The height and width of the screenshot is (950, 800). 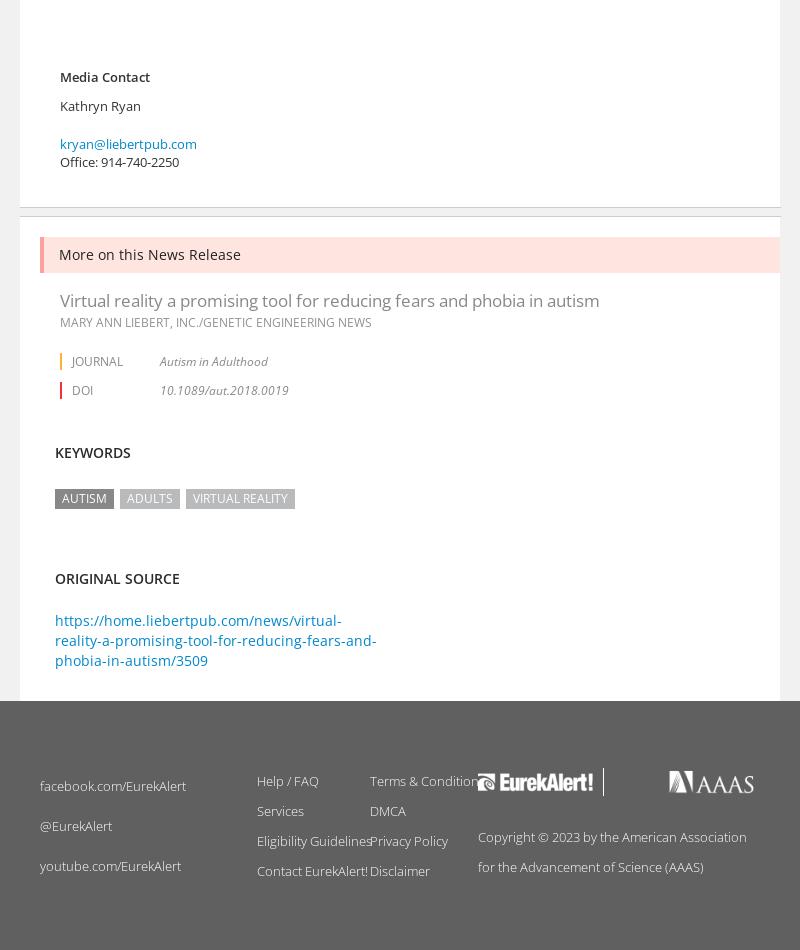 What do you see at coordinates (118, 161) in the screenshot?
I see `'Office: 914-740-2250'` at bounding box center [118, 161].